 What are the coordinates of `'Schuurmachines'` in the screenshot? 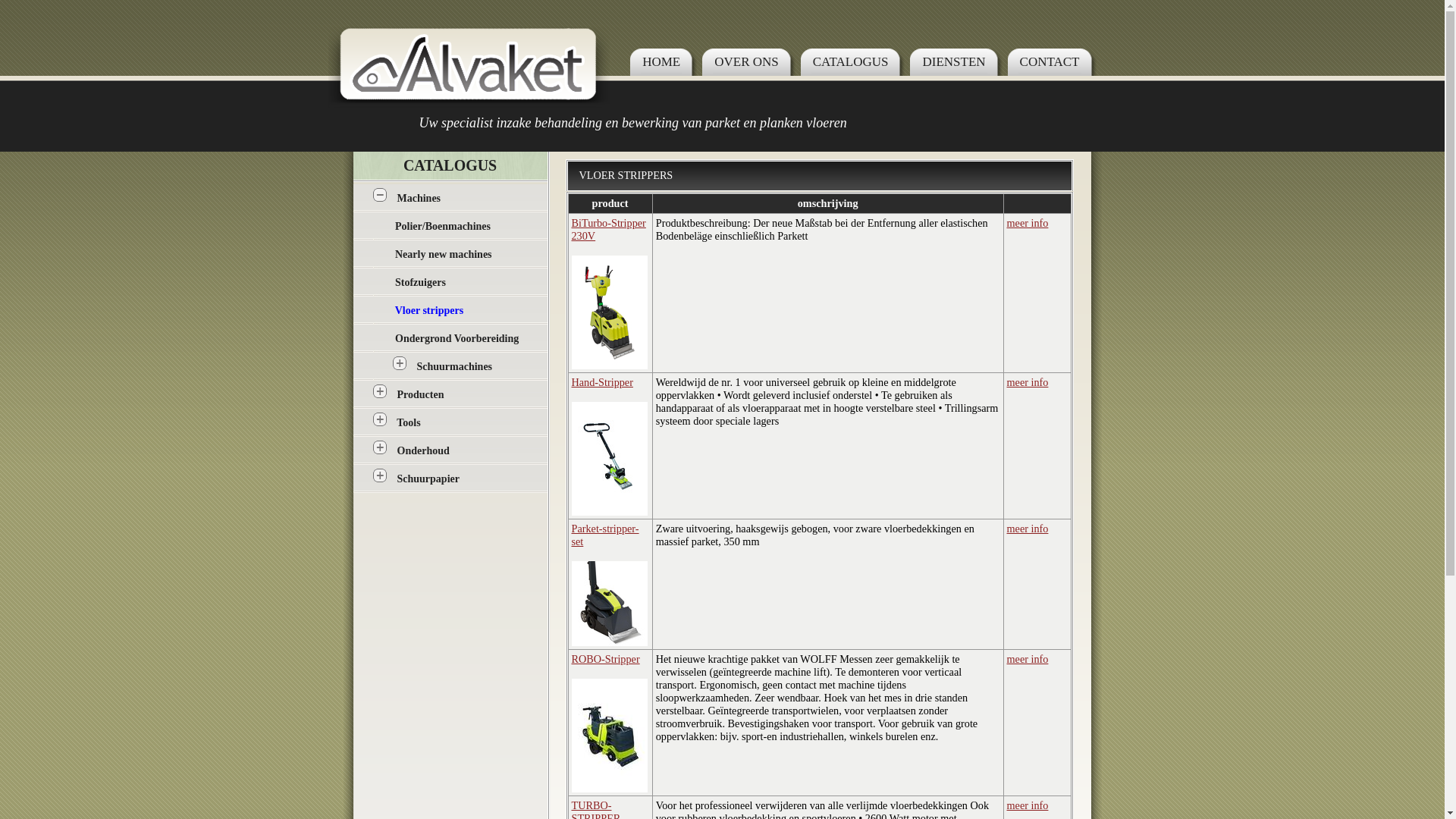 It's located at (454, 366).